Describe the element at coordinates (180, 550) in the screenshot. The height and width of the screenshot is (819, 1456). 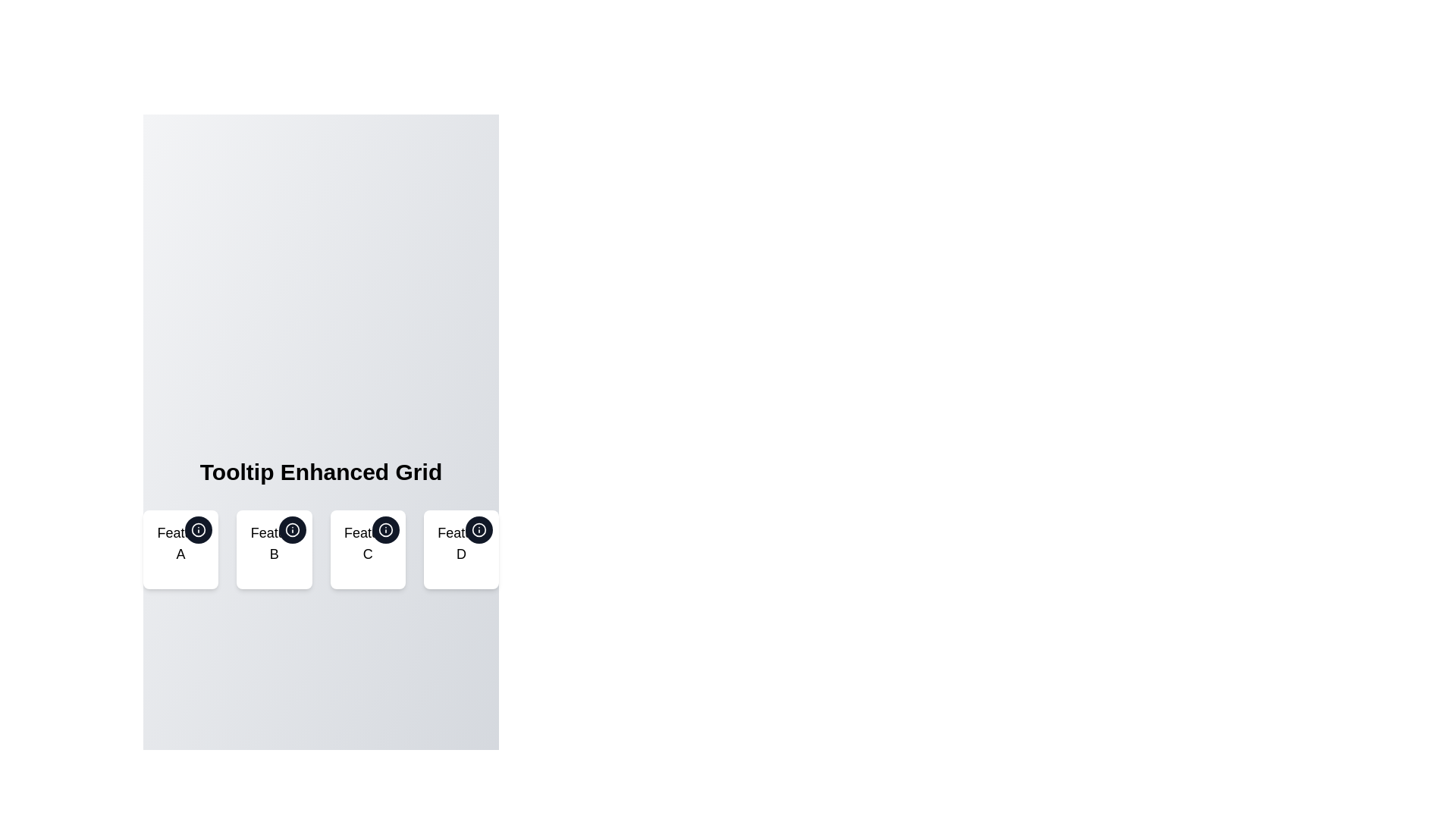
I see `displayed feature name 'Feature A' from the Information card with a tooltip icon, which is the first card in the horizontal grid under the heading 'Tooltip Enhanced Grid'` at that location.